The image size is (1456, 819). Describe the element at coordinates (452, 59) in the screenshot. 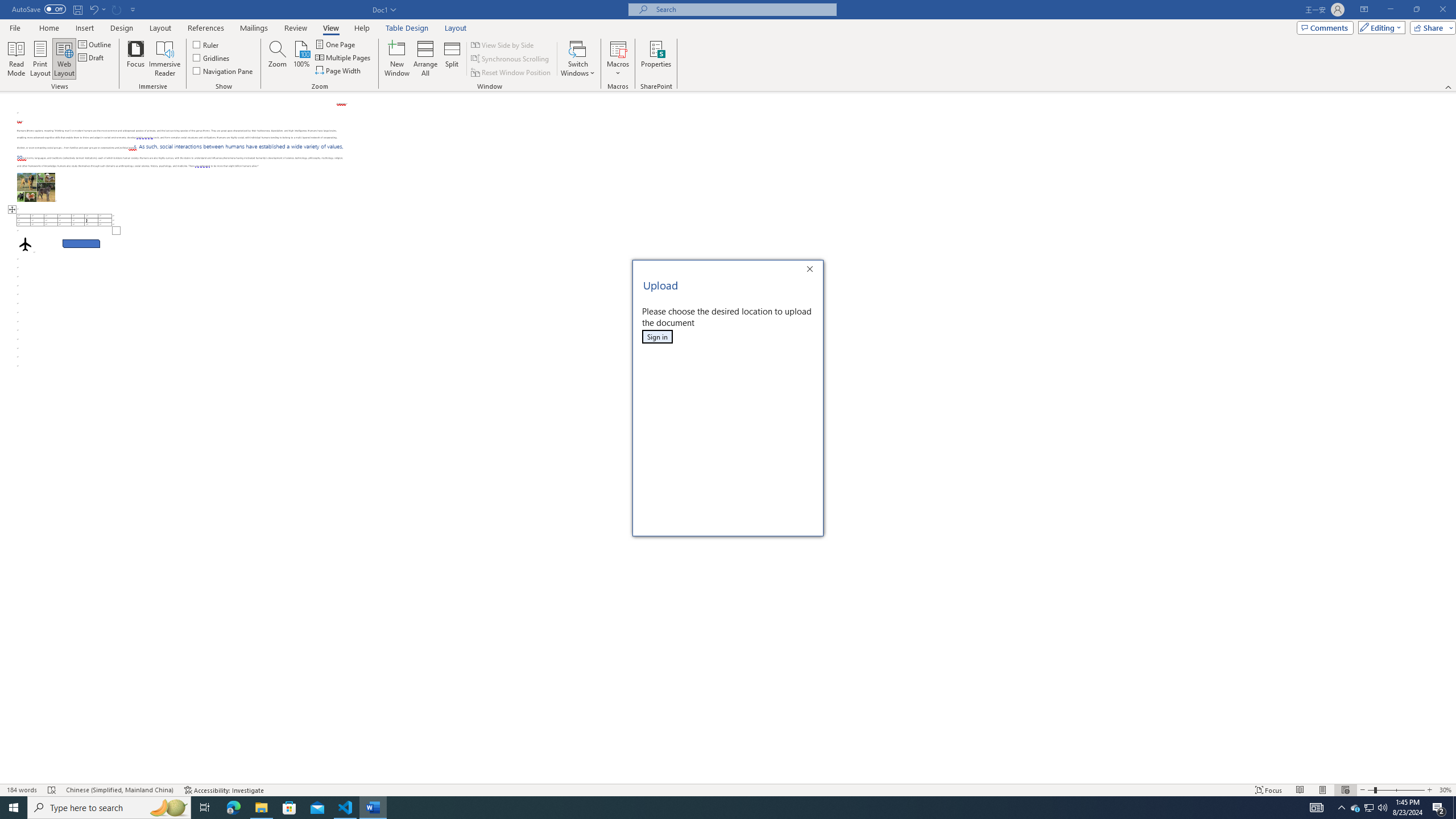

I see `'Split'` at that location.